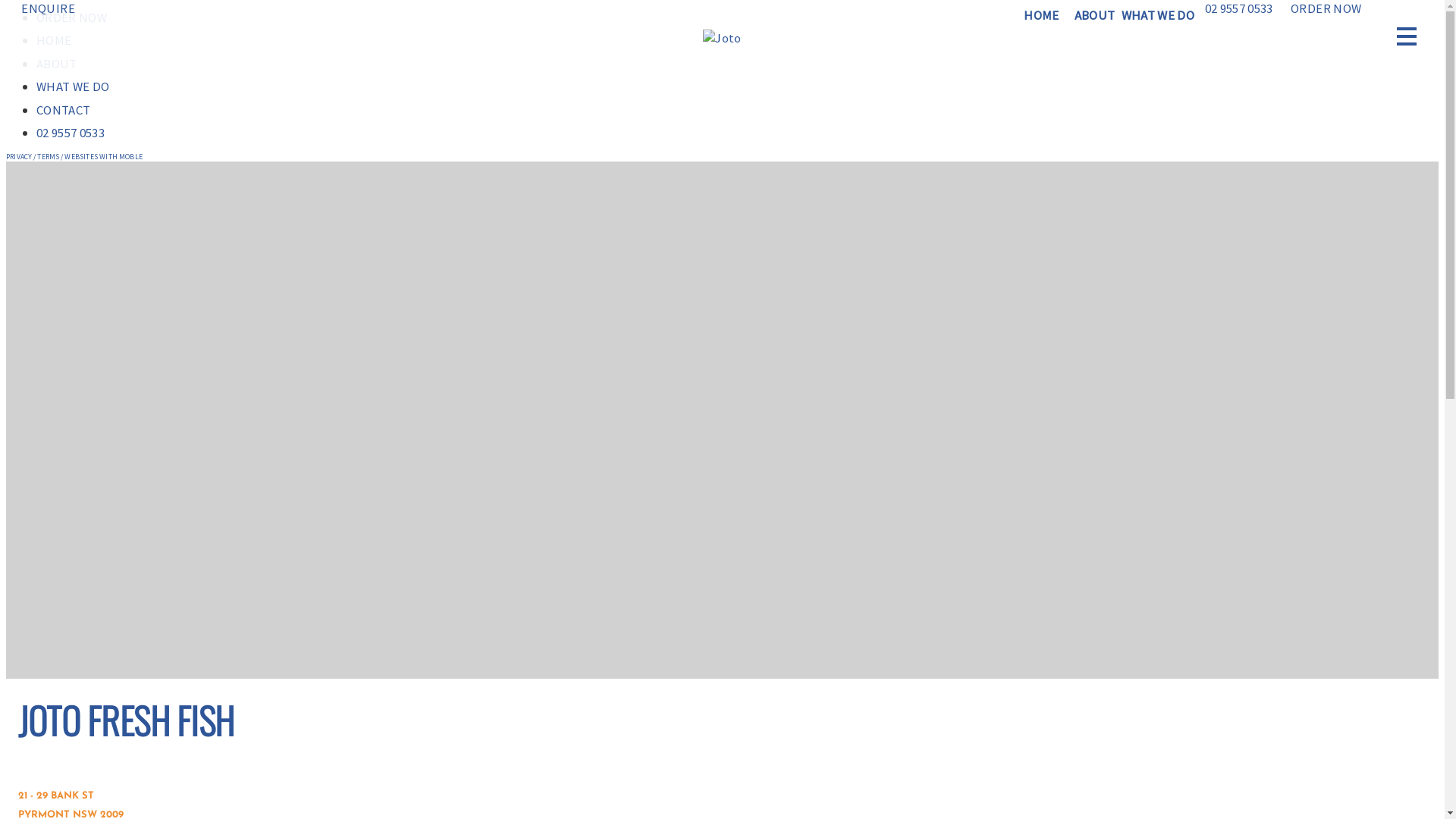 Image resolution: width=1456 pixels, height=819 pixels. I want to click on 'HOME', so click(1040, 14).